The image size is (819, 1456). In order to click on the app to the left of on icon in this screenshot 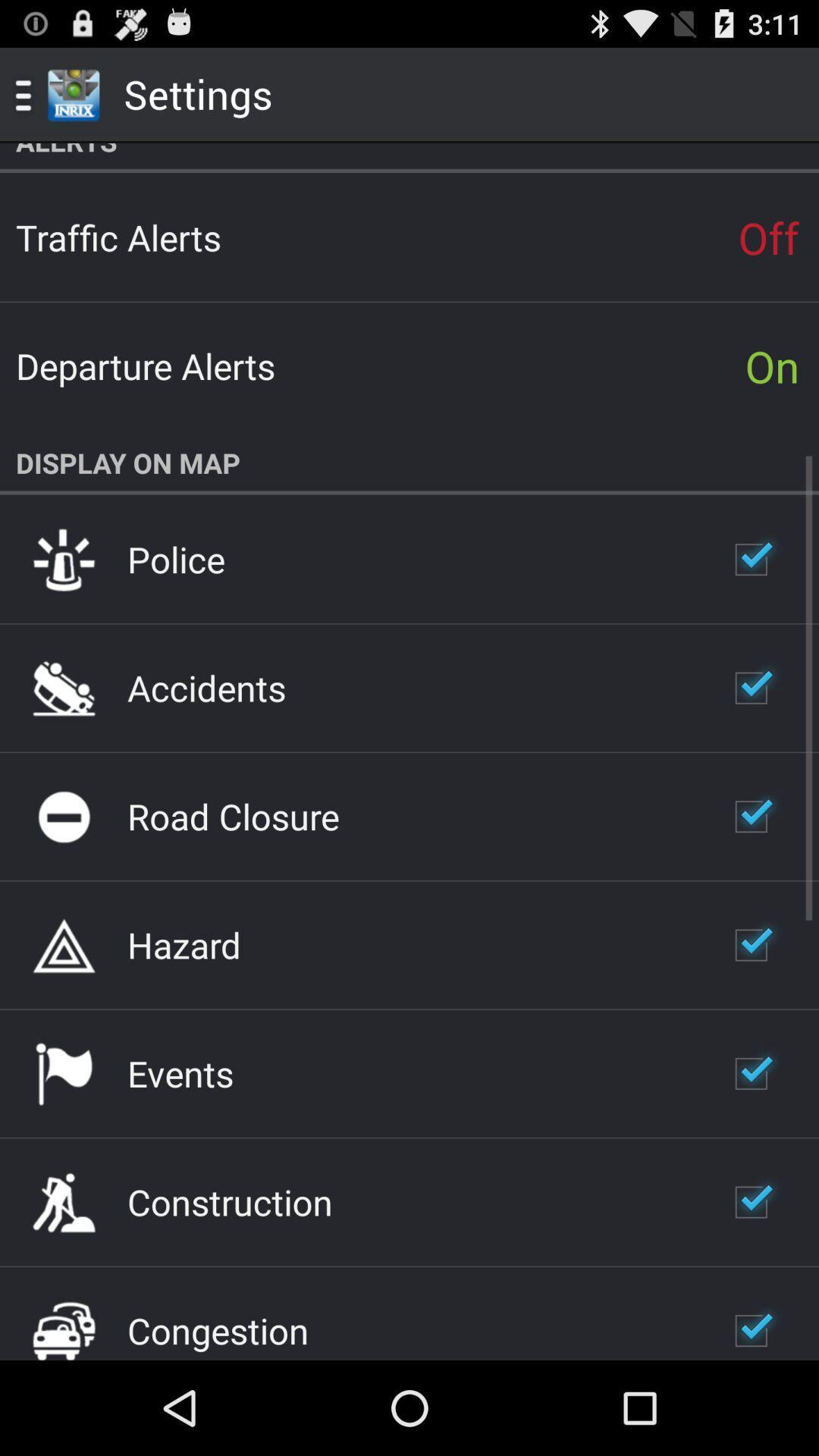, I will do `click(146, 366)`.